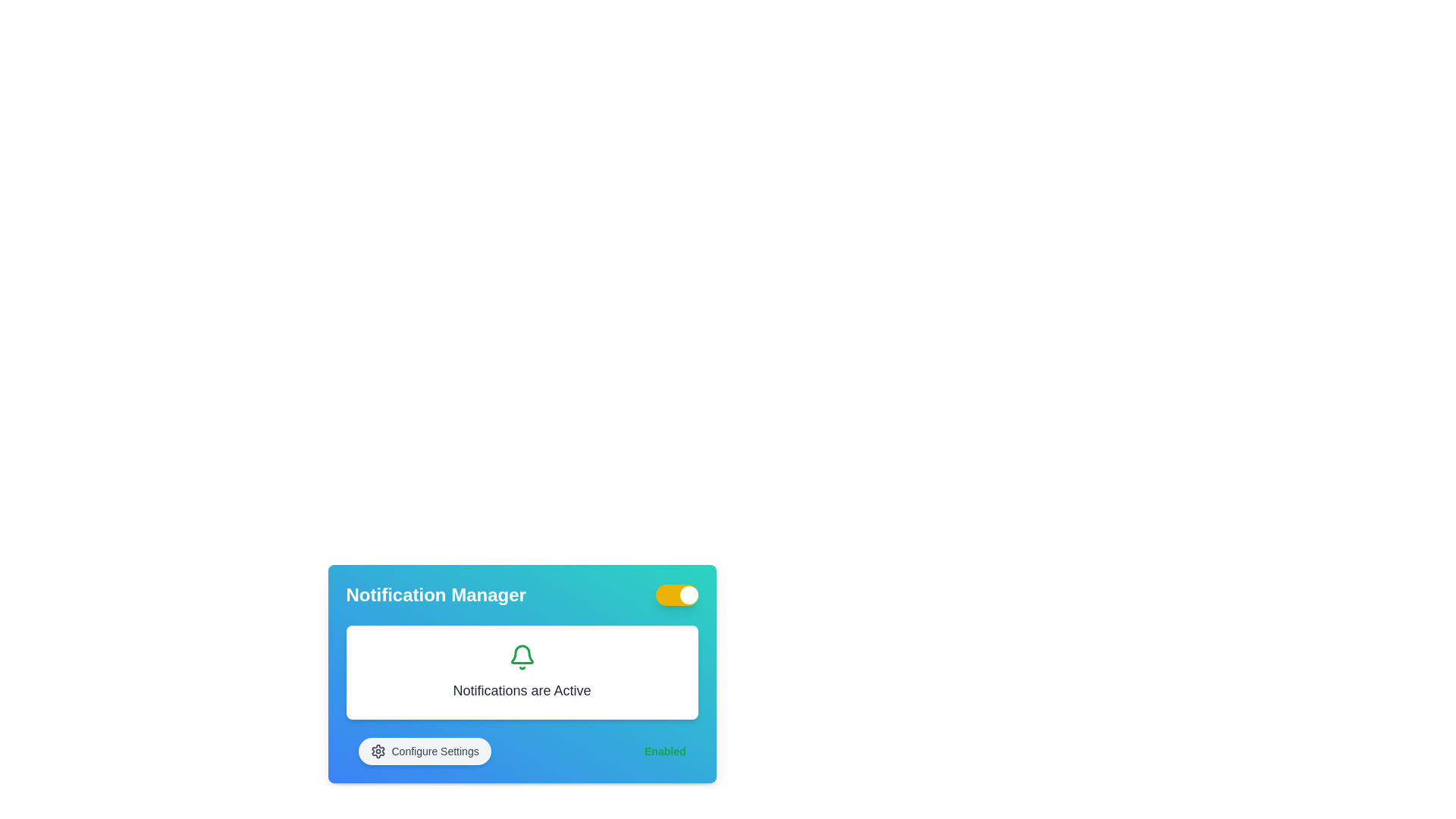  What do you see at coordinates (435, 595) in the screenshot?
I see `the 'Notification Manager' header title` at bounding box center [435, 595].